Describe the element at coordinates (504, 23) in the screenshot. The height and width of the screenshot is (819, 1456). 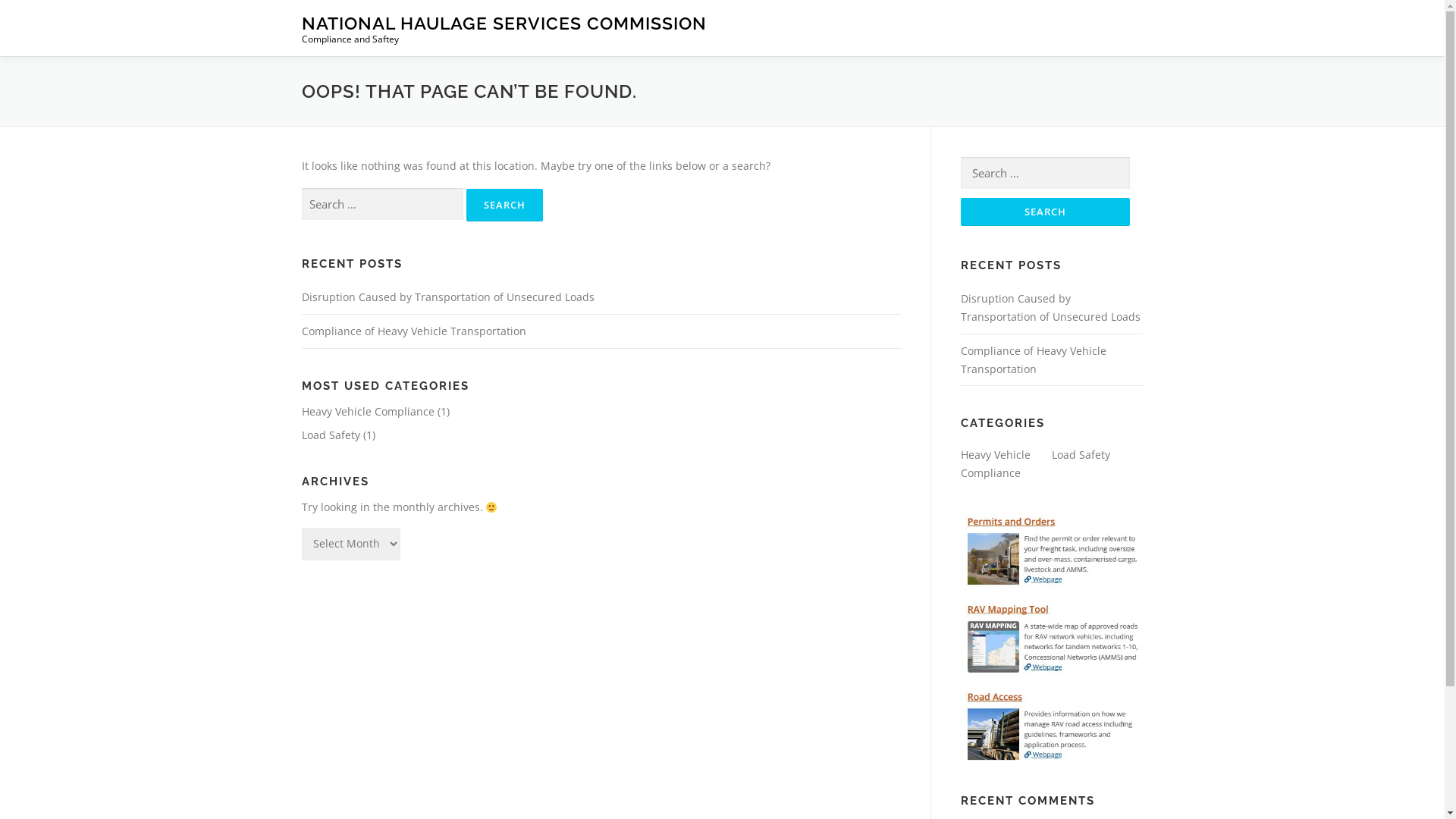
I see `'NATIONAL HAULAGE SERVICES COMMISSION'` at that location.